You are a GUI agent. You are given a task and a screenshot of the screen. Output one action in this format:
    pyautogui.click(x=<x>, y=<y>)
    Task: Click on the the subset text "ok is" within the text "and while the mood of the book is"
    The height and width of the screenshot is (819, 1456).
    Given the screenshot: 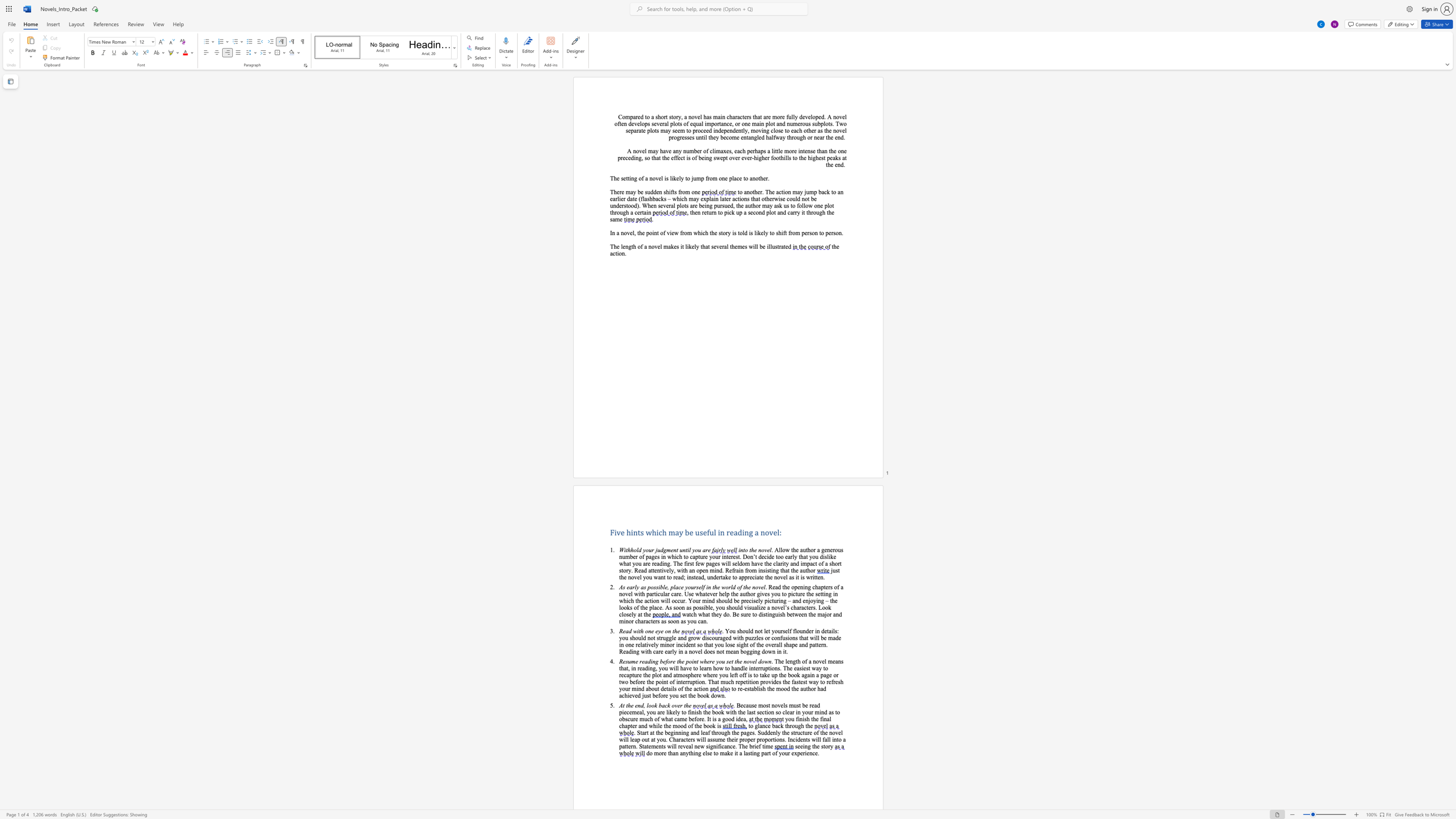 What is the action you would take?
    pyautogui.click(x=709, y=725)
    